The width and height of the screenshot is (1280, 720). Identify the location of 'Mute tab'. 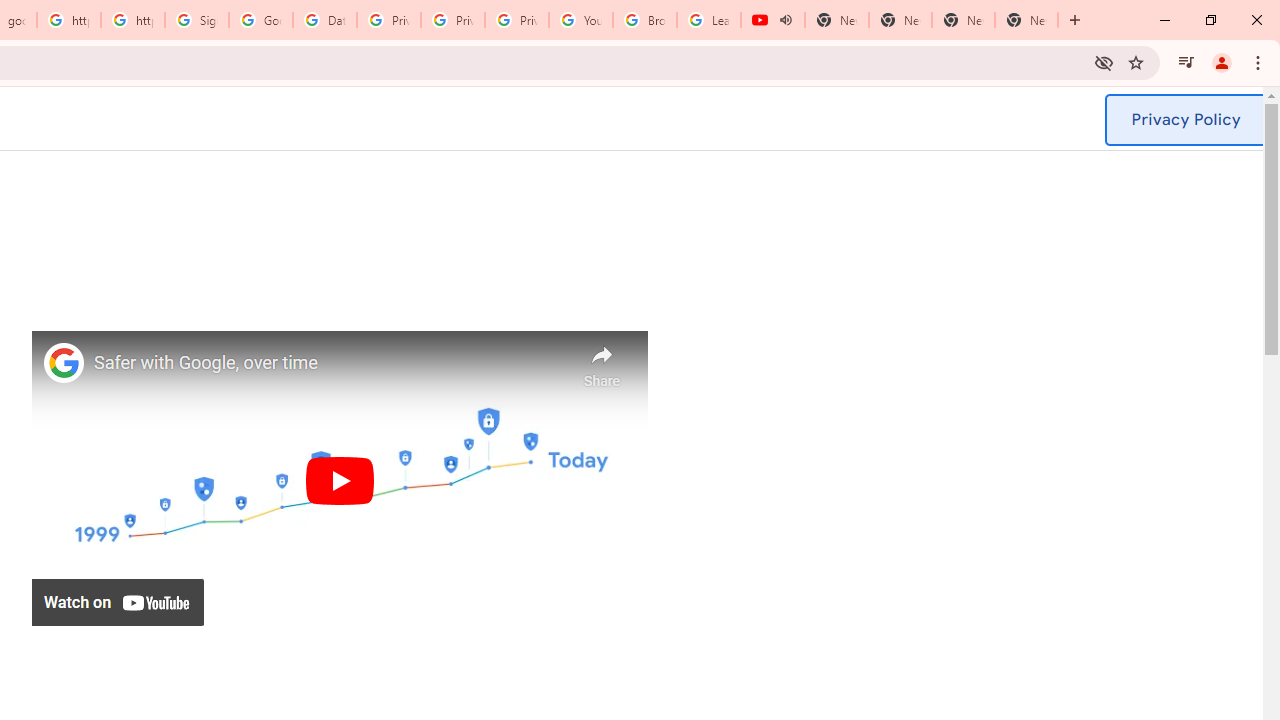
(784, 20).